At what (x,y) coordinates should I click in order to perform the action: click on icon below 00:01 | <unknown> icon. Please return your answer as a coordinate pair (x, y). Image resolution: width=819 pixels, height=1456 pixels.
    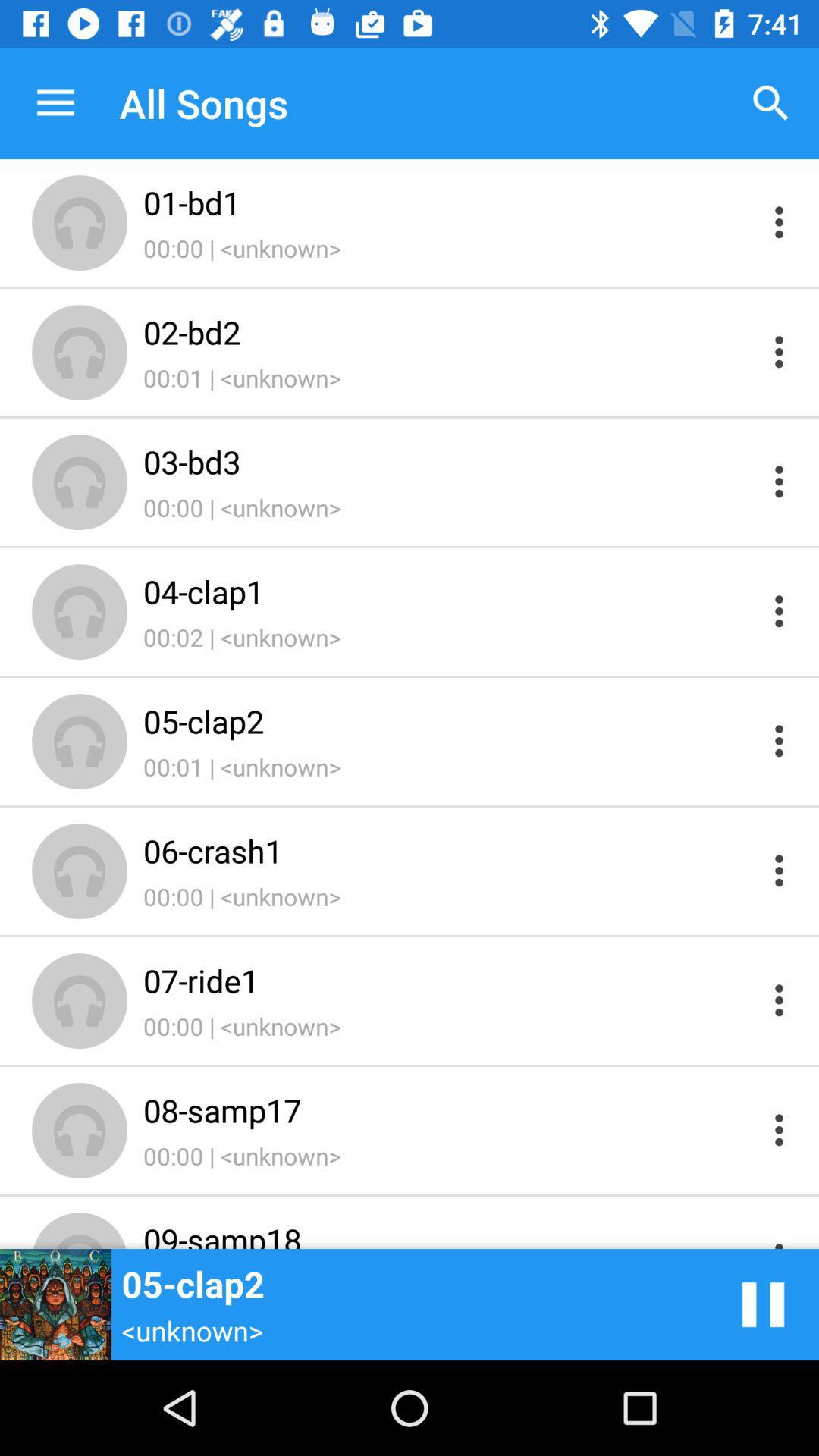
    Looking at the image, I should click on (448, 461).